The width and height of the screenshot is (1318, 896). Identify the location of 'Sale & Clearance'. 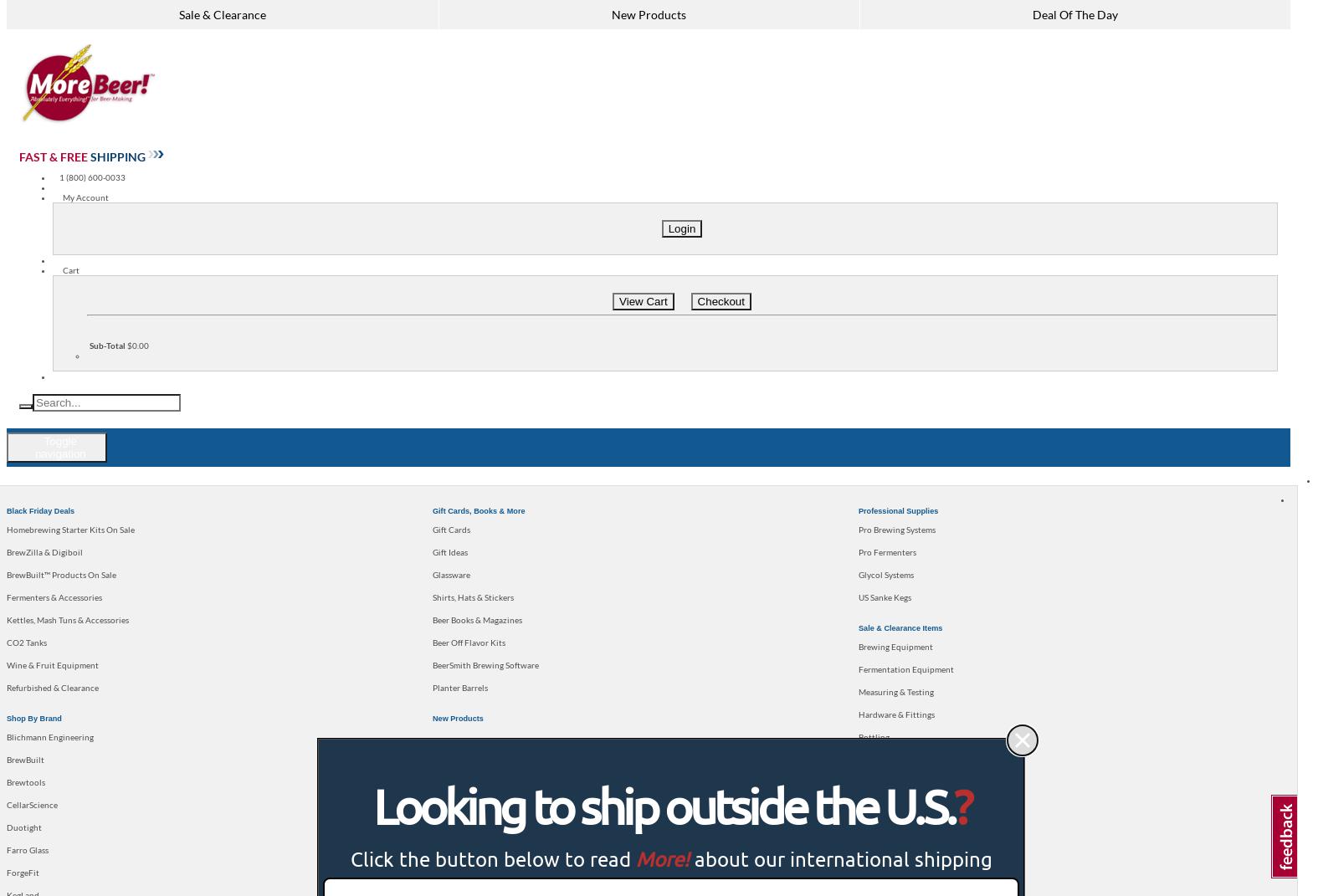
(222, 13).